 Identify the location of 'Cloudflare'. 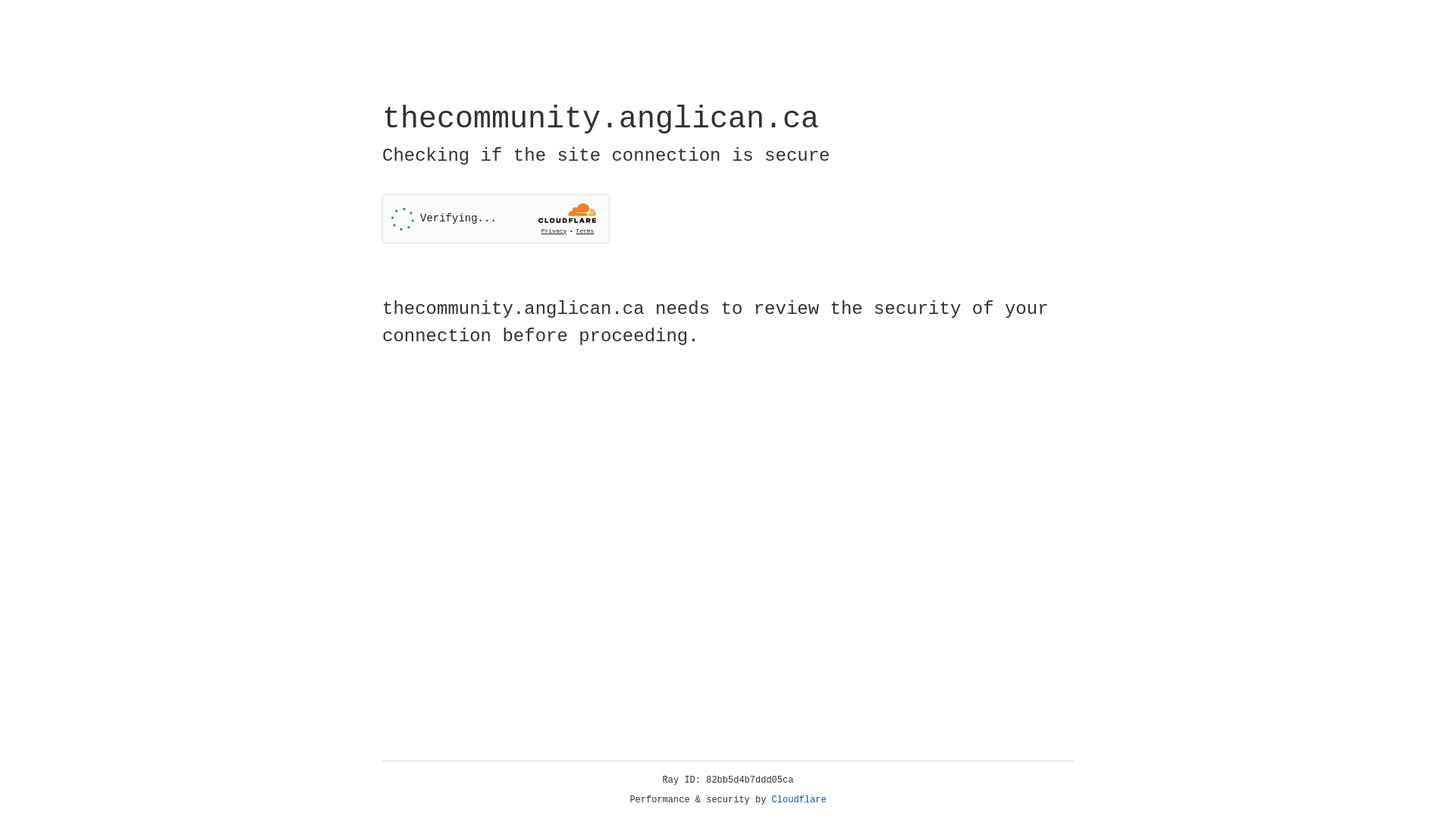
(771, 799).